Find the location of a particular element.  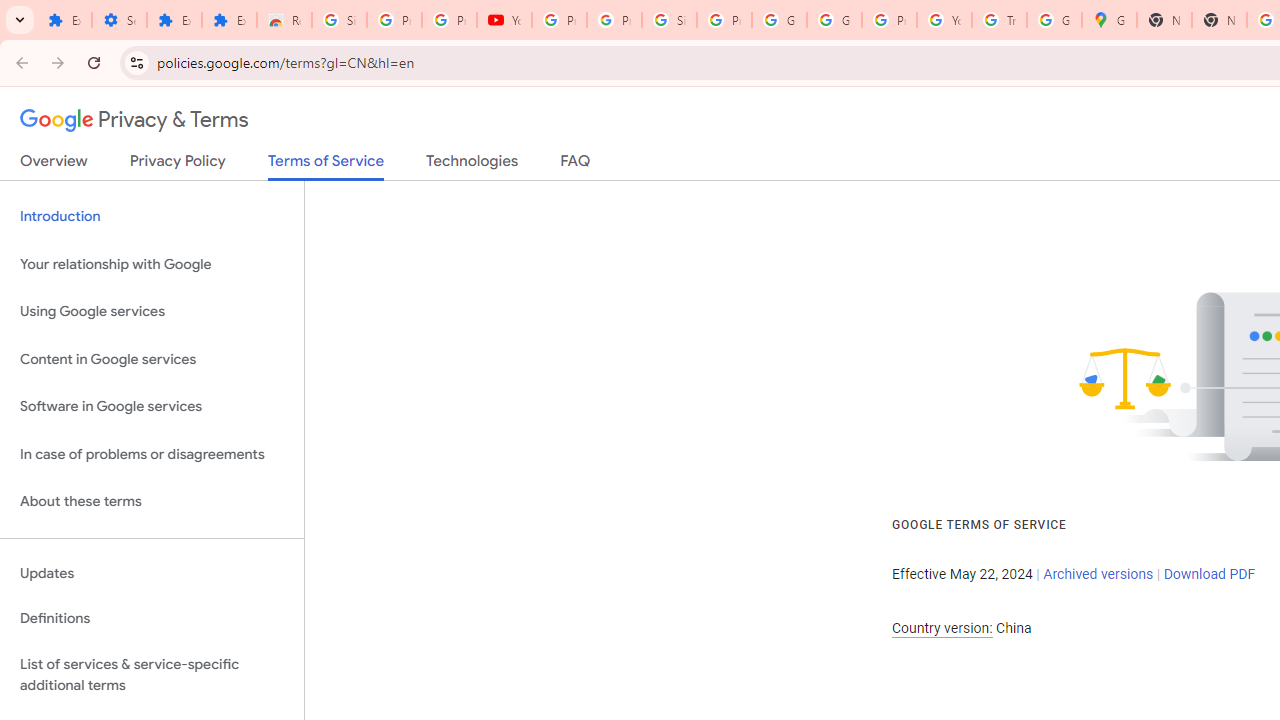

'New Tab' is located at coordinates (1218, 20).